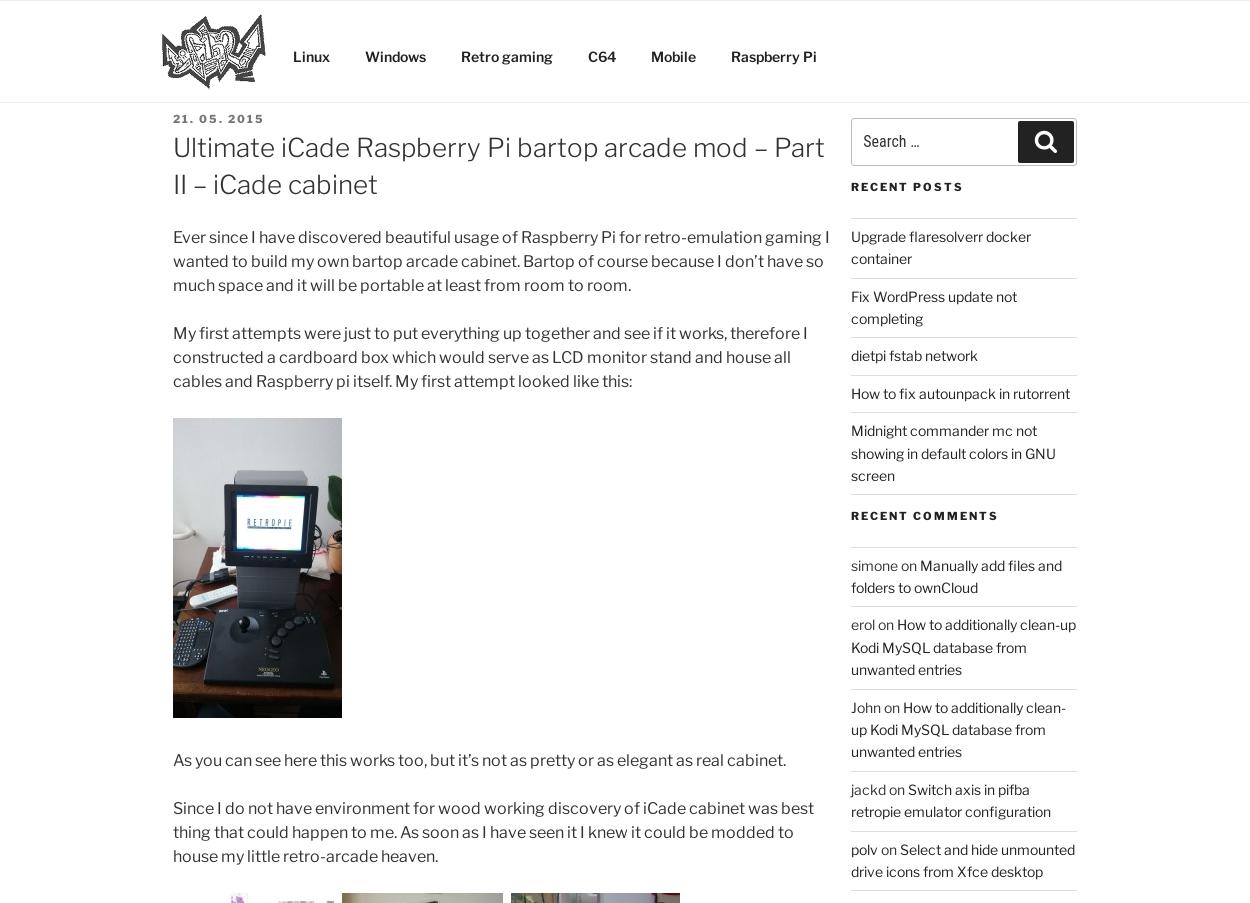 The image size is (1250, 903). Describe the element at coordinates (850, 859) in the screenshot. I see `'Select and hide unmounted drive icons from Xfce desktop'` at that location.